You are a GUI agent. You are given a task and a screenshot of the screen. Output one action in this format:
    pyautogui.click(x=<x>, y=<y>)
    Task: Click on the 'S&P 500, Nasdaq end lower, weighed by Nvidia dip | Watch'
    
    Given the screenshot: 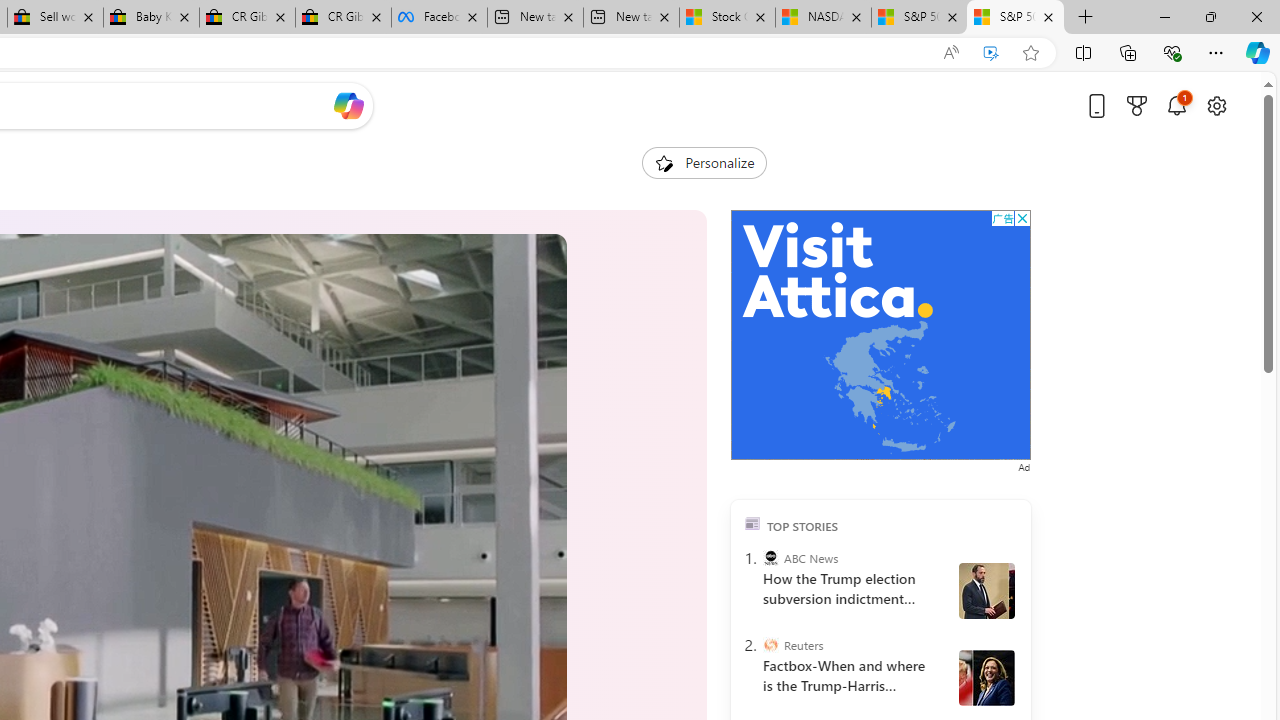 What is the action you would take?
    pyautogui.click(x=1015, y=17)
    